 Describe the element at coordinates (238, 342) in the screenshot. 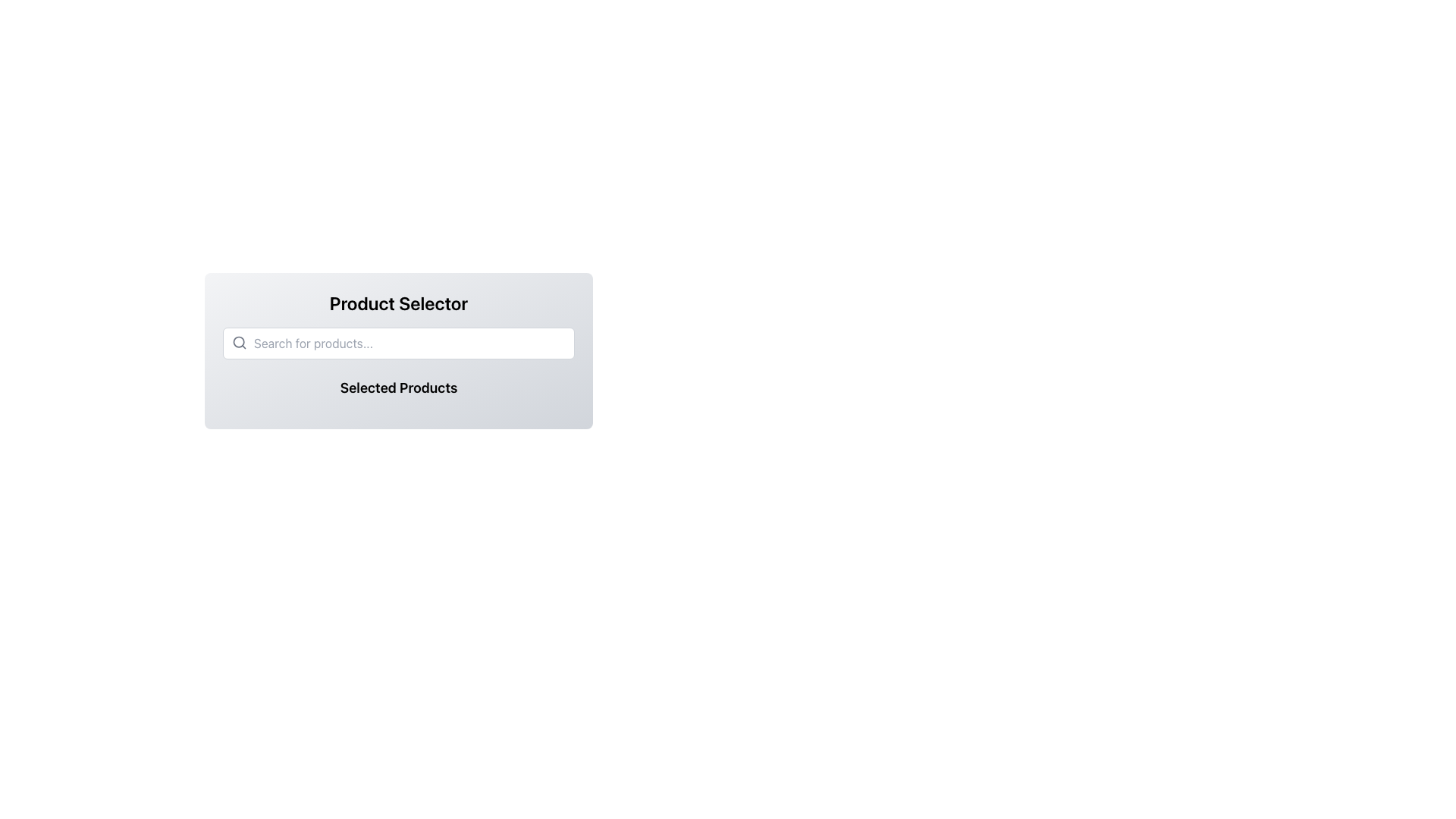

I see `the circular component of the magnifying glass icon located to the left of the search bar text entry box` at that location.